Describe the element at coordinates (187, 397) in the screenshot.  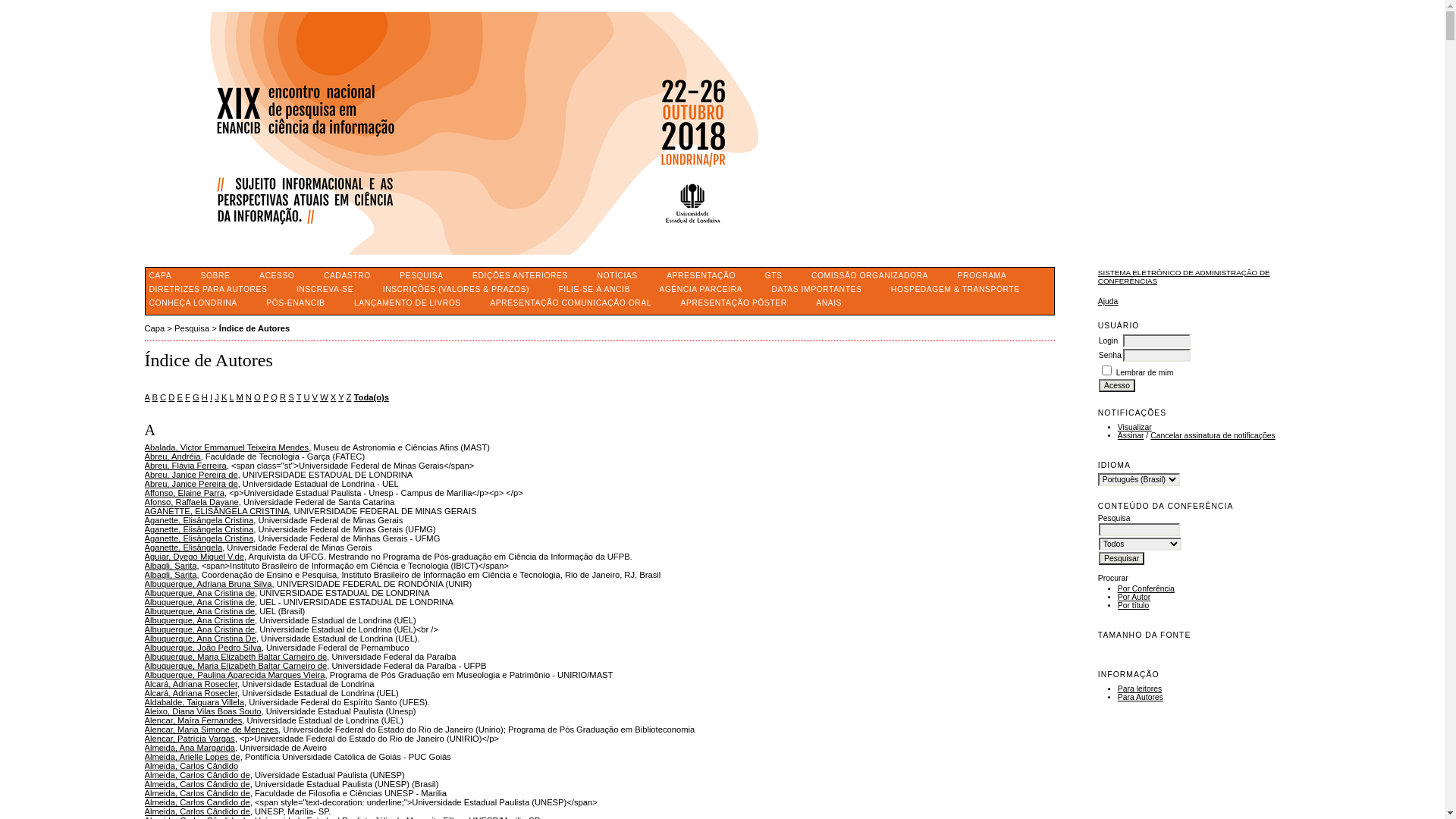
I see `'F'` at that location.